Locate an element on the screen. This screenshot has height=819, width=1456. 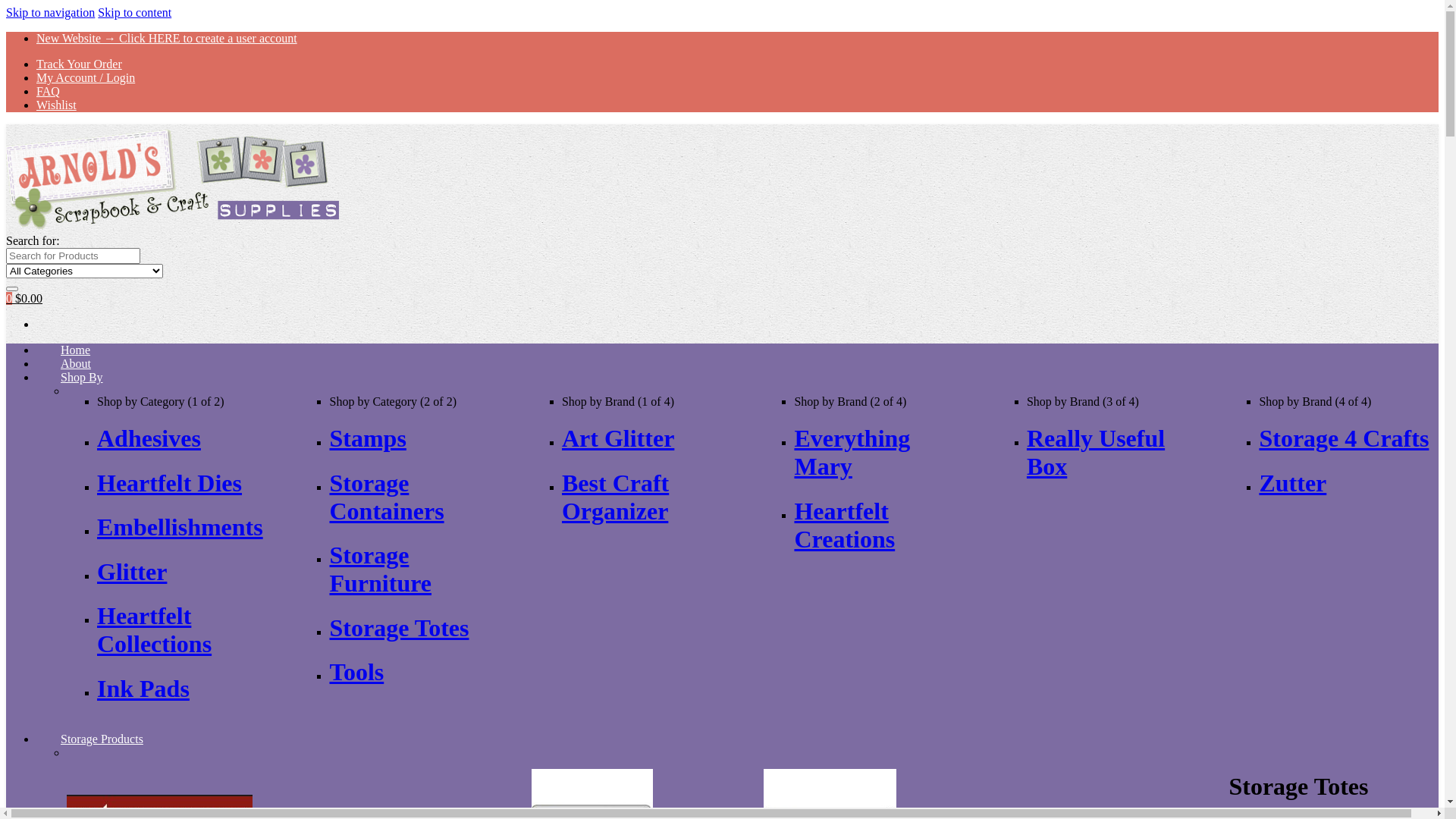
'Heartfelt Creations' is located at coordinates (843, 524).